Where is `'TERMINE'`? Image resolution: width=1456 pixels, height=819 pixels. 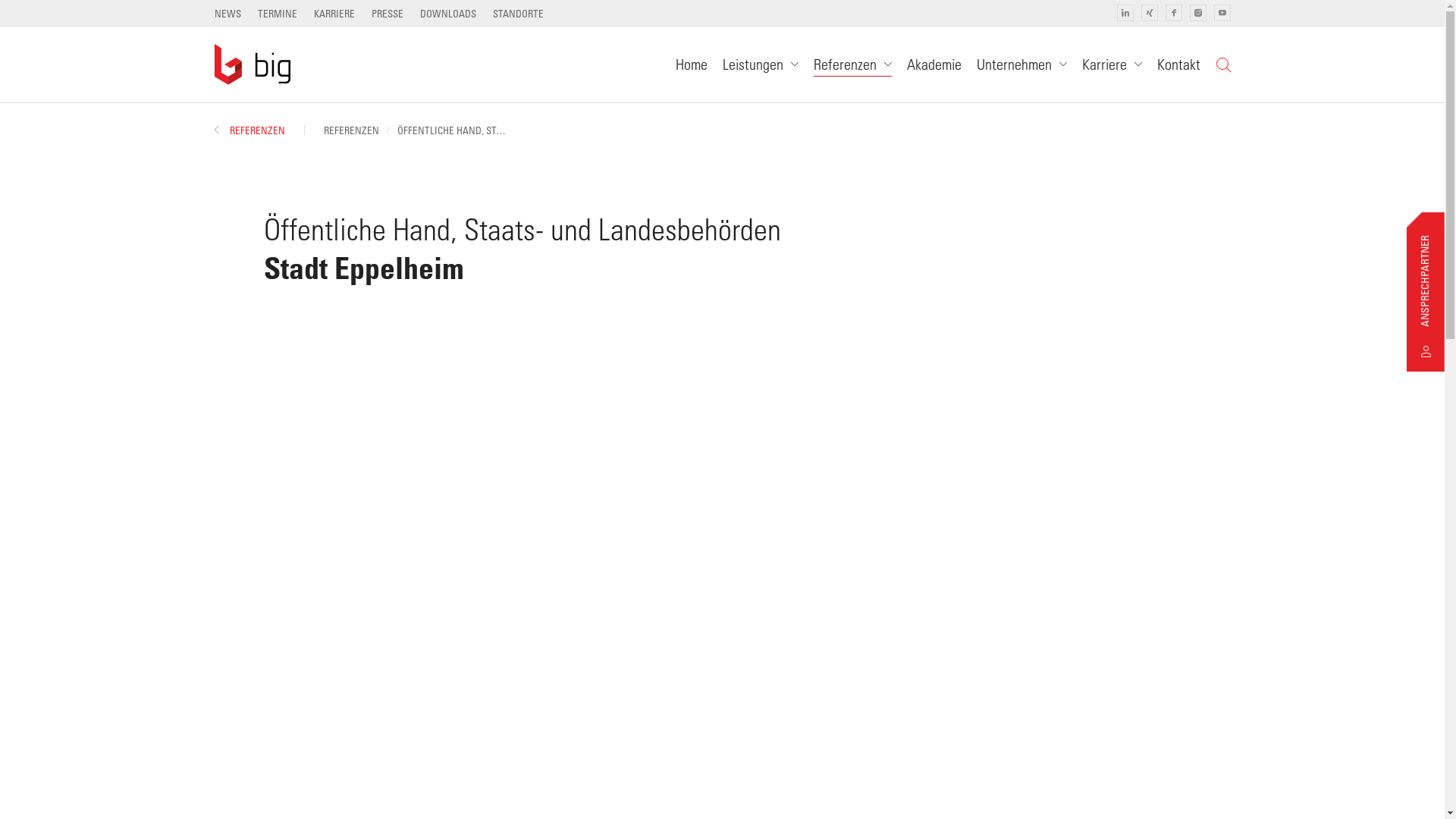
'TERMINE' is located at coordinates (277, 13).